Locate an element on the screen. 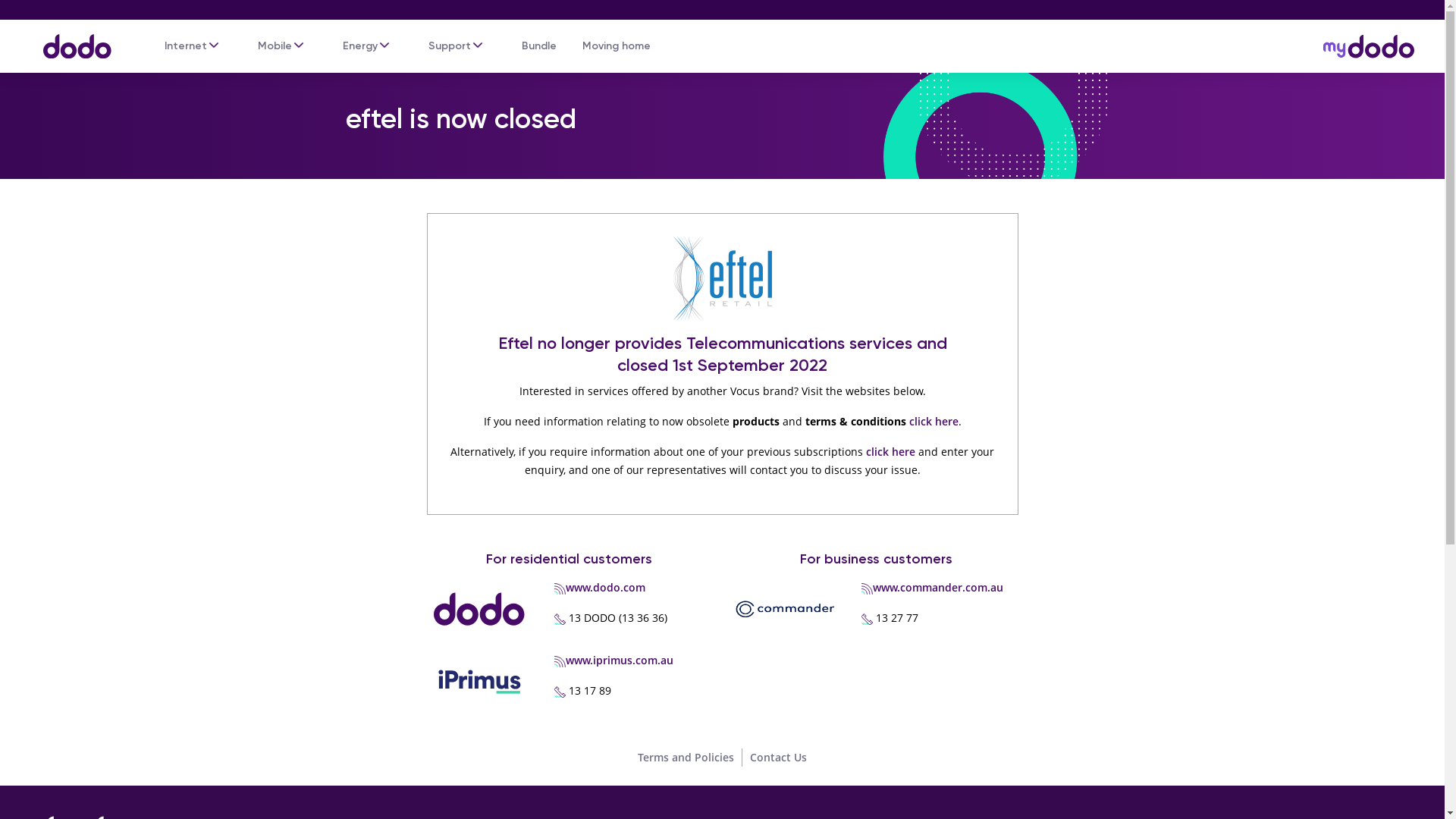 The height and width of the screenshot is (819, 1456). 'Moving home' is located at coordinates (616, 45).